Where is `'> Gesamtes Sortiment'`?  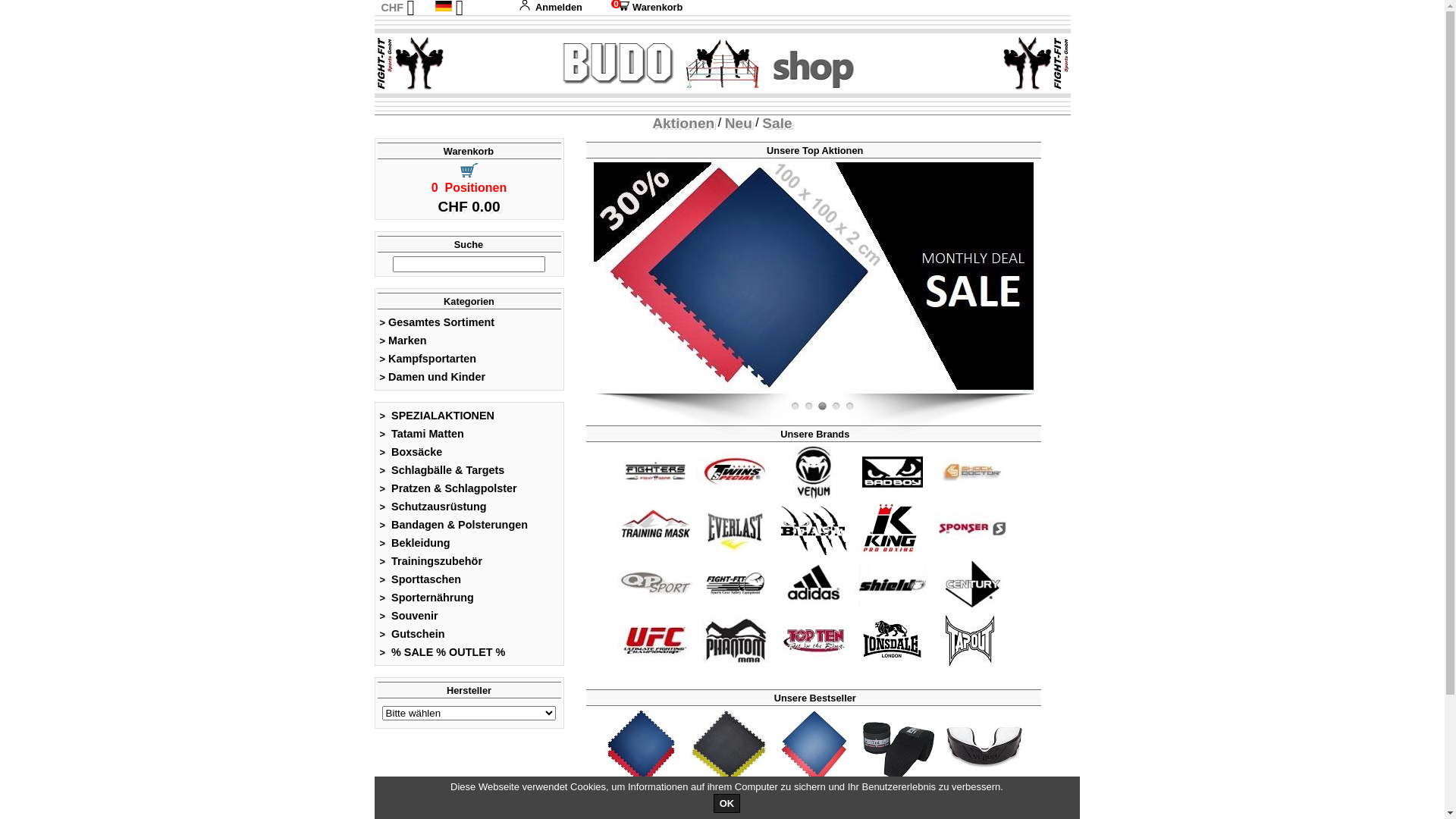 '> Gesamtes Sortiment' is located at coordinates (436, 321).